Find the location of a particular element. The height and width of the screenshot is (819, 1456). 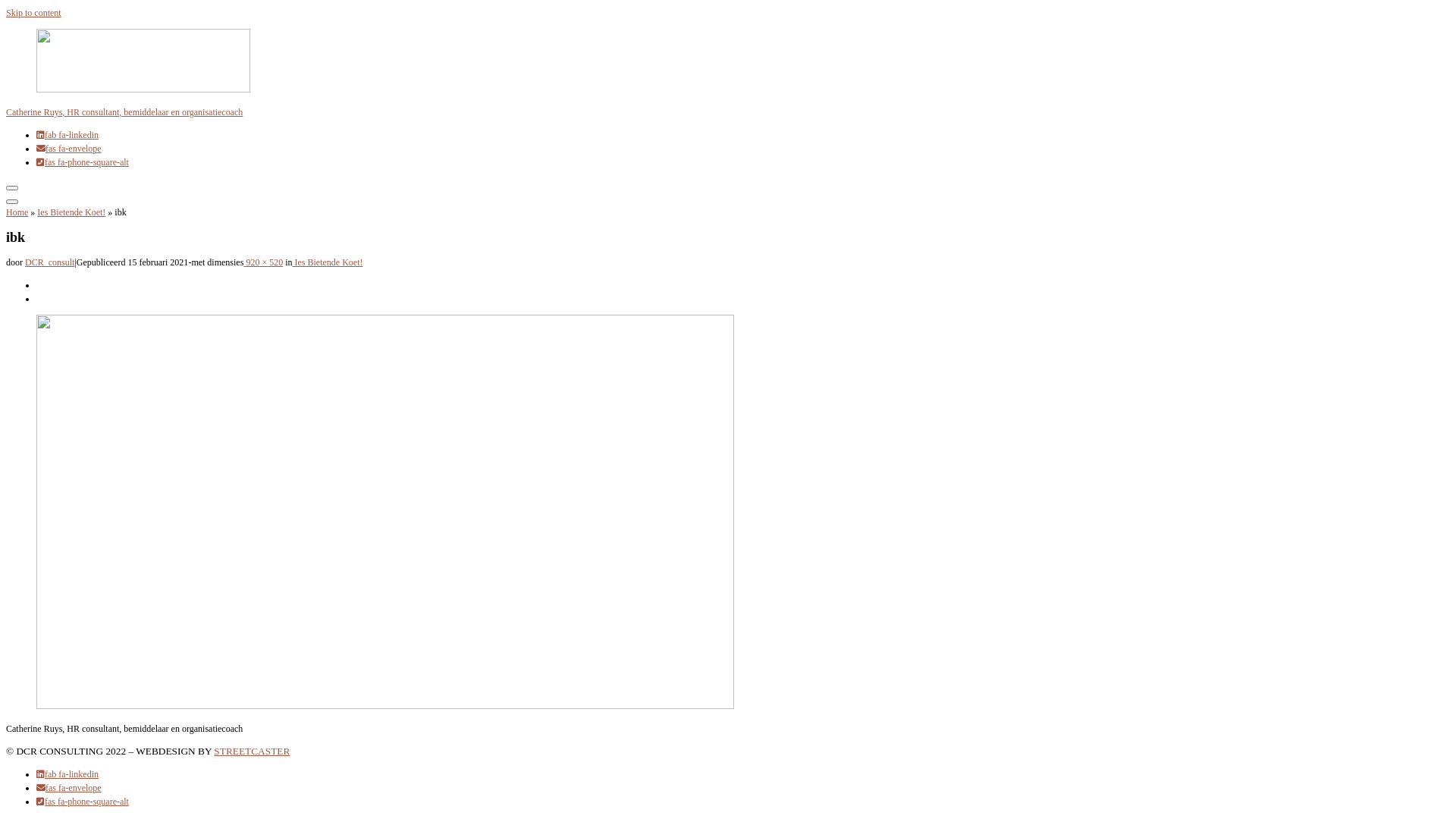

'fas fa-envelope' is located at coordinates (68, 786).